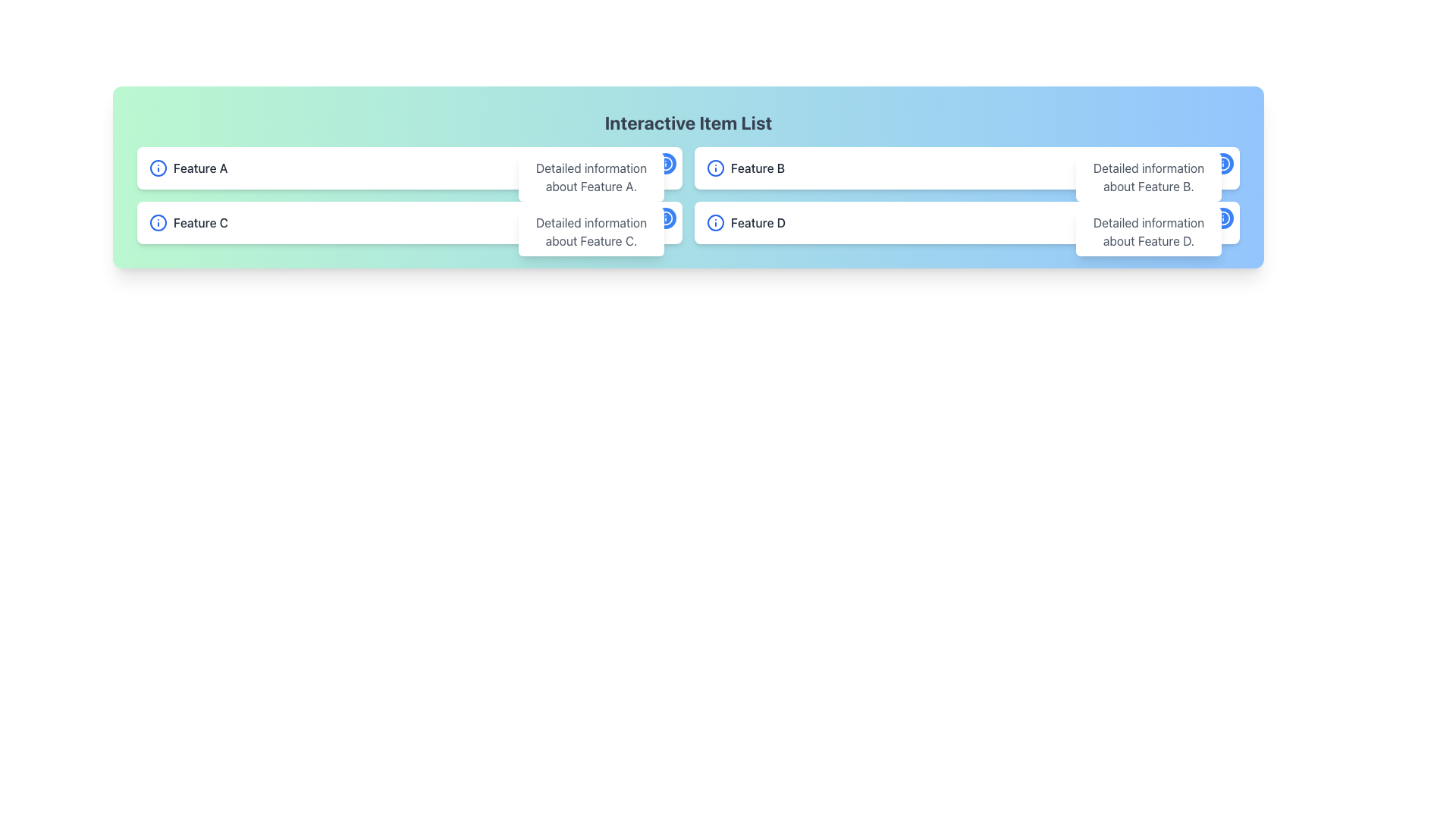 Image resolution: width=1456 pixels, height=819 pixels. Describe the element at coordinates (666, 164) in the screenshot. I see `the circular blue Icon Button with a white outline containing an 'i' symbol, located in the top-right section of the interface associated with 'Feature D'` at that location.